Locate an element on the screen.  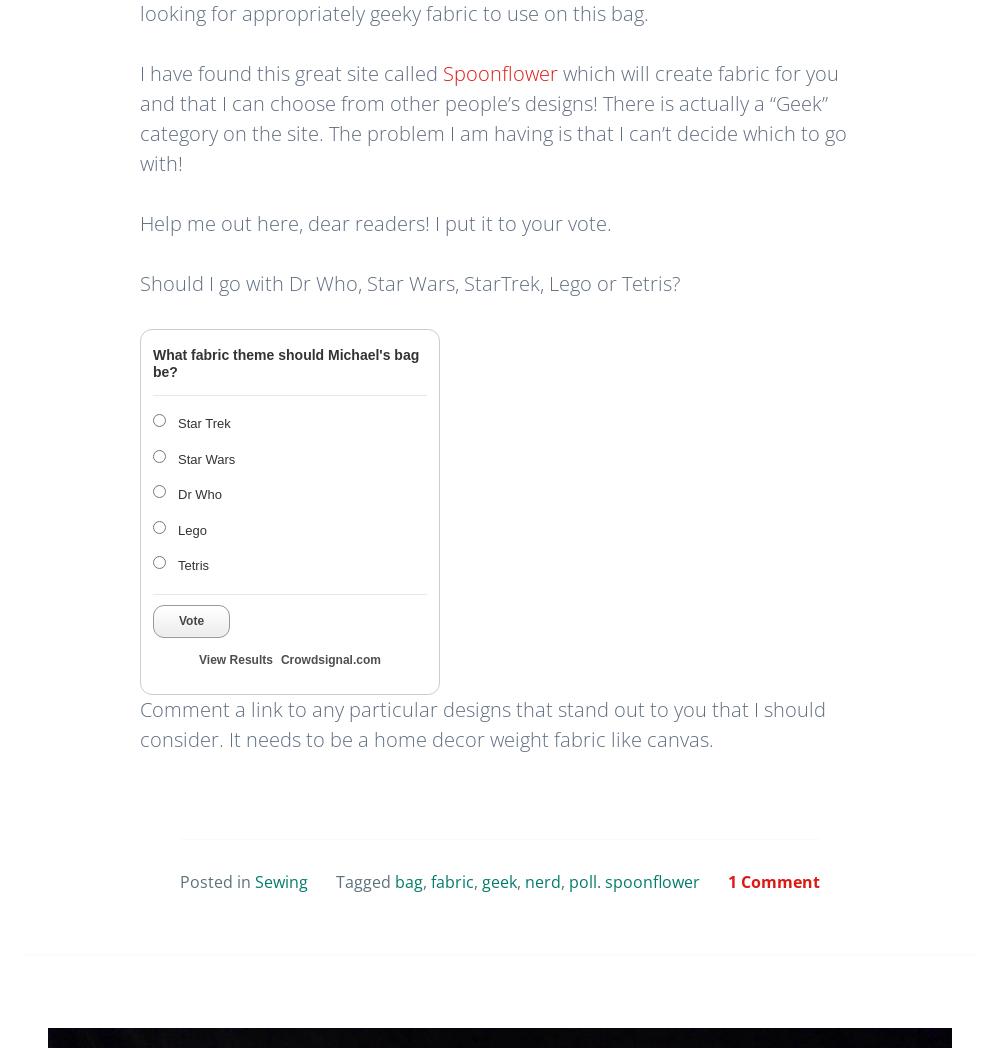
'View Results' is located at coordinates (234, 658).